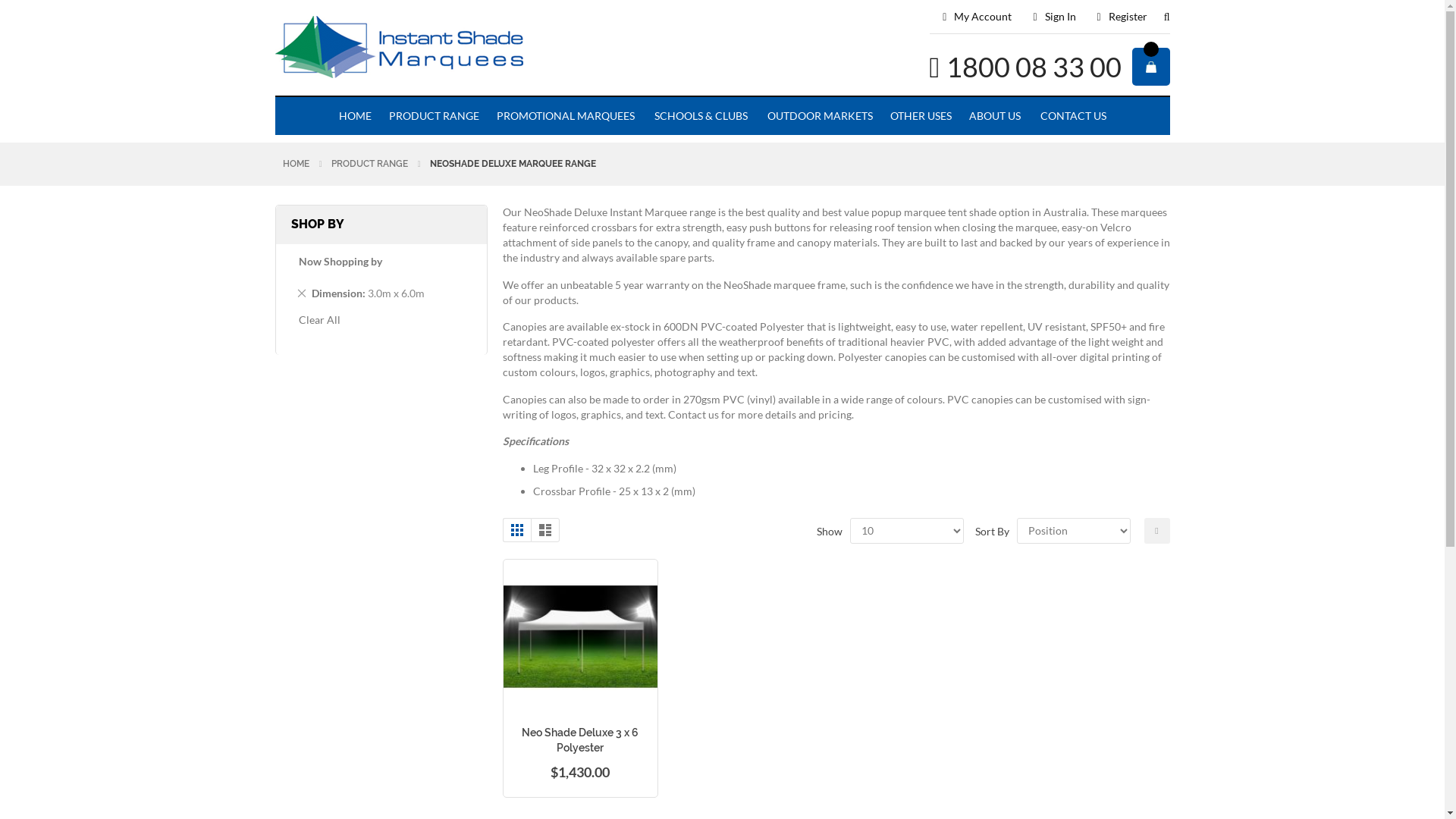 This screenshot has width=1456, height=819. Describe the element at coordinates (453, 48) in the screenshot. I see `'Instant Shade Marquees'` at that location.